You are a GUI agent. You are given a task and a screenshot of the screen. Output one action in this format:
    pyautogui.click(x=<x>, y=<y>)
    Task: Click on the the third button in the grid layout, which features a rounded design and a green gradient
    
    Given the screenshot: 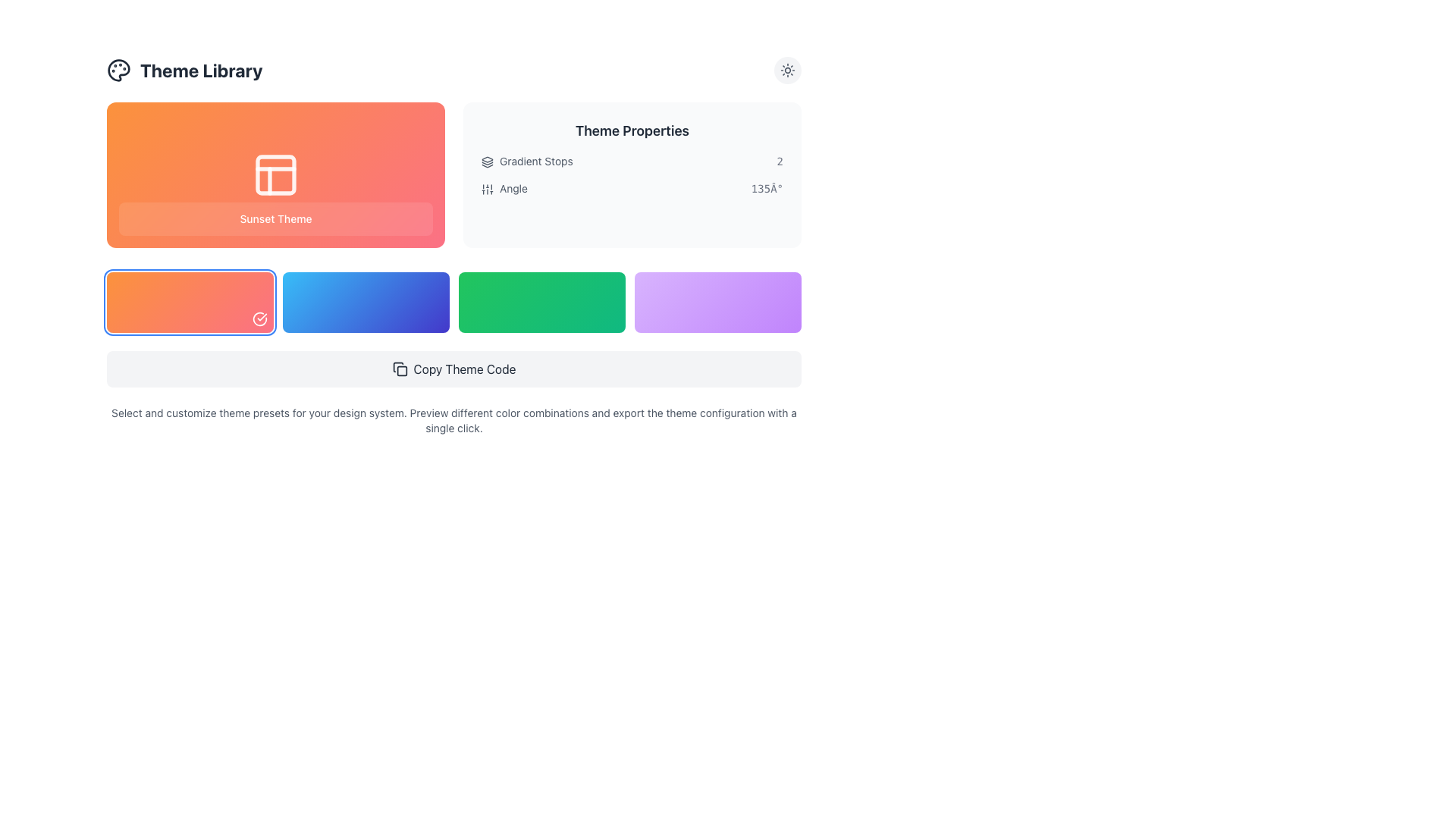 What is the action you would take?
    pyautogui.click(x=453, y=302)
    